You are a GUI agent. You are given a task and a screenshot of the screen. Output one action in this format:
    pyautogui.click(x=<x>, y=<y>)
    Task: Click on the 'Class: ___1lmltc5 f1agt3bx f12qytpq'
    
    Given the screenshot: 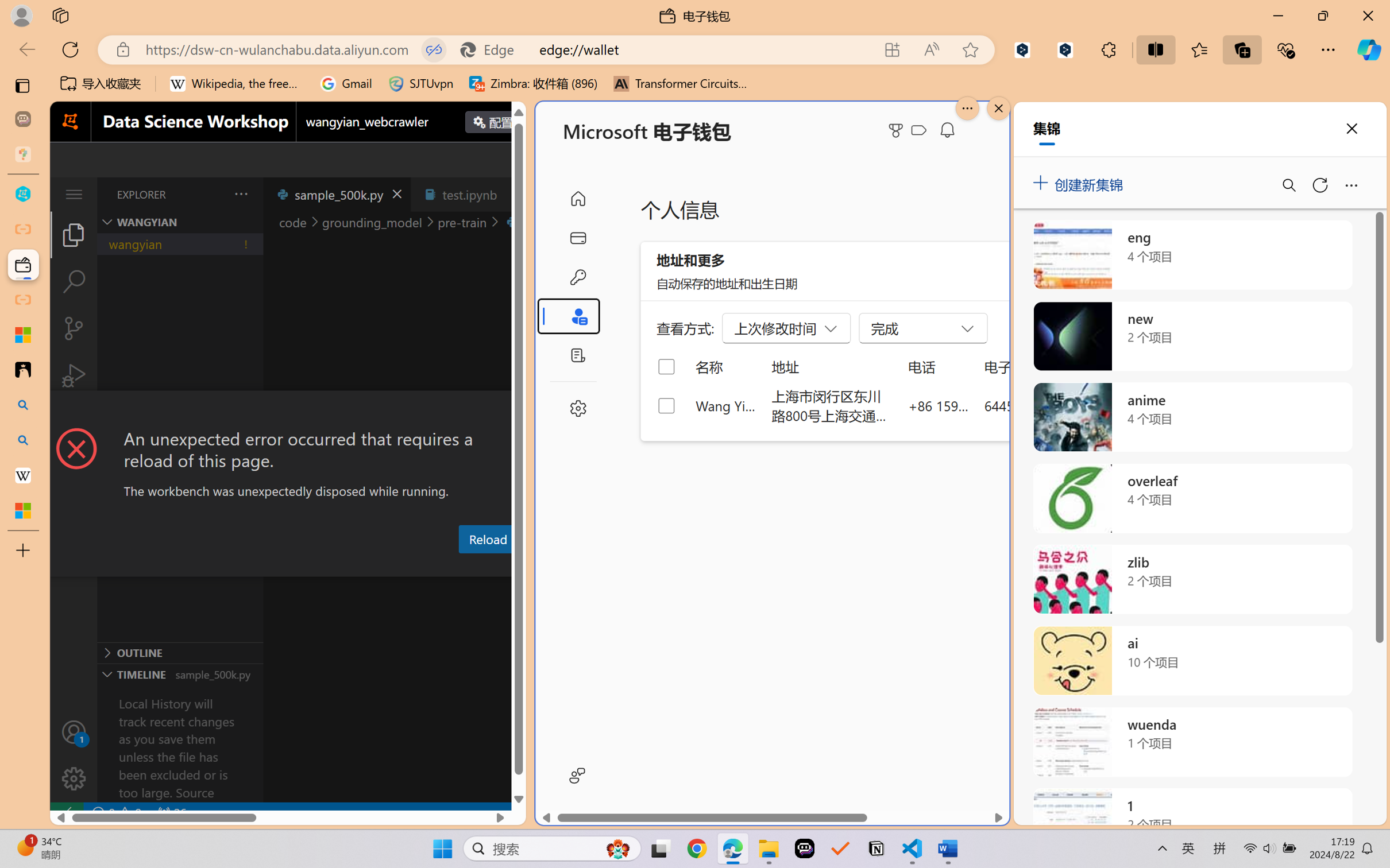 What is the action you would take?
    pyautogui.click(x=918, y=130)
    